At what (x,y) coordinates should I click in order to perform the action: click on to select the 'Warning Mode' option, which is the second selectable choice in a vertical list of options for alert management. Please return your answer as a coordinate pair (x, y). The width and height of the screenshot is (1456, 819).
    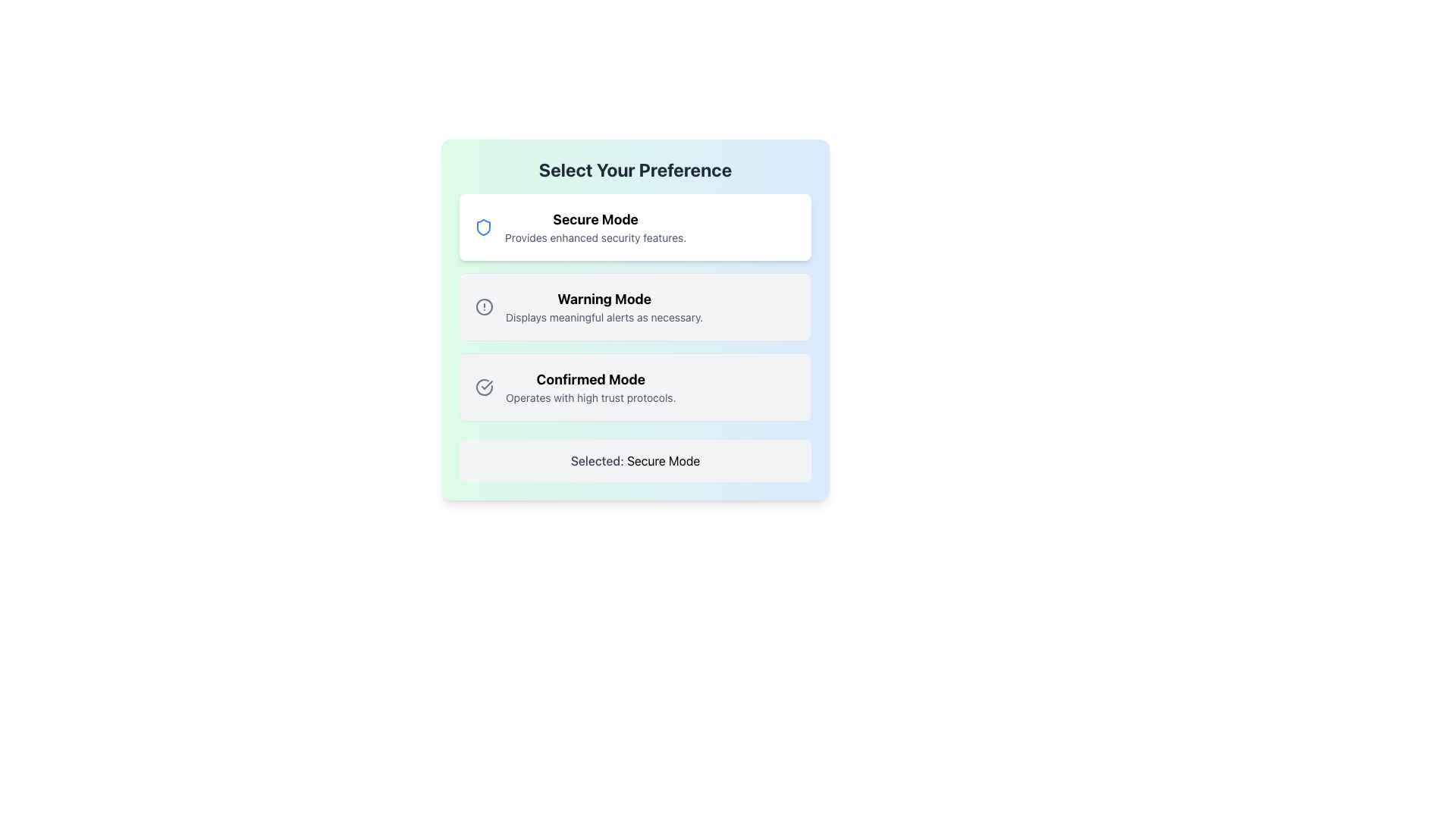
    Looking at the image, I should click on (635, 307).